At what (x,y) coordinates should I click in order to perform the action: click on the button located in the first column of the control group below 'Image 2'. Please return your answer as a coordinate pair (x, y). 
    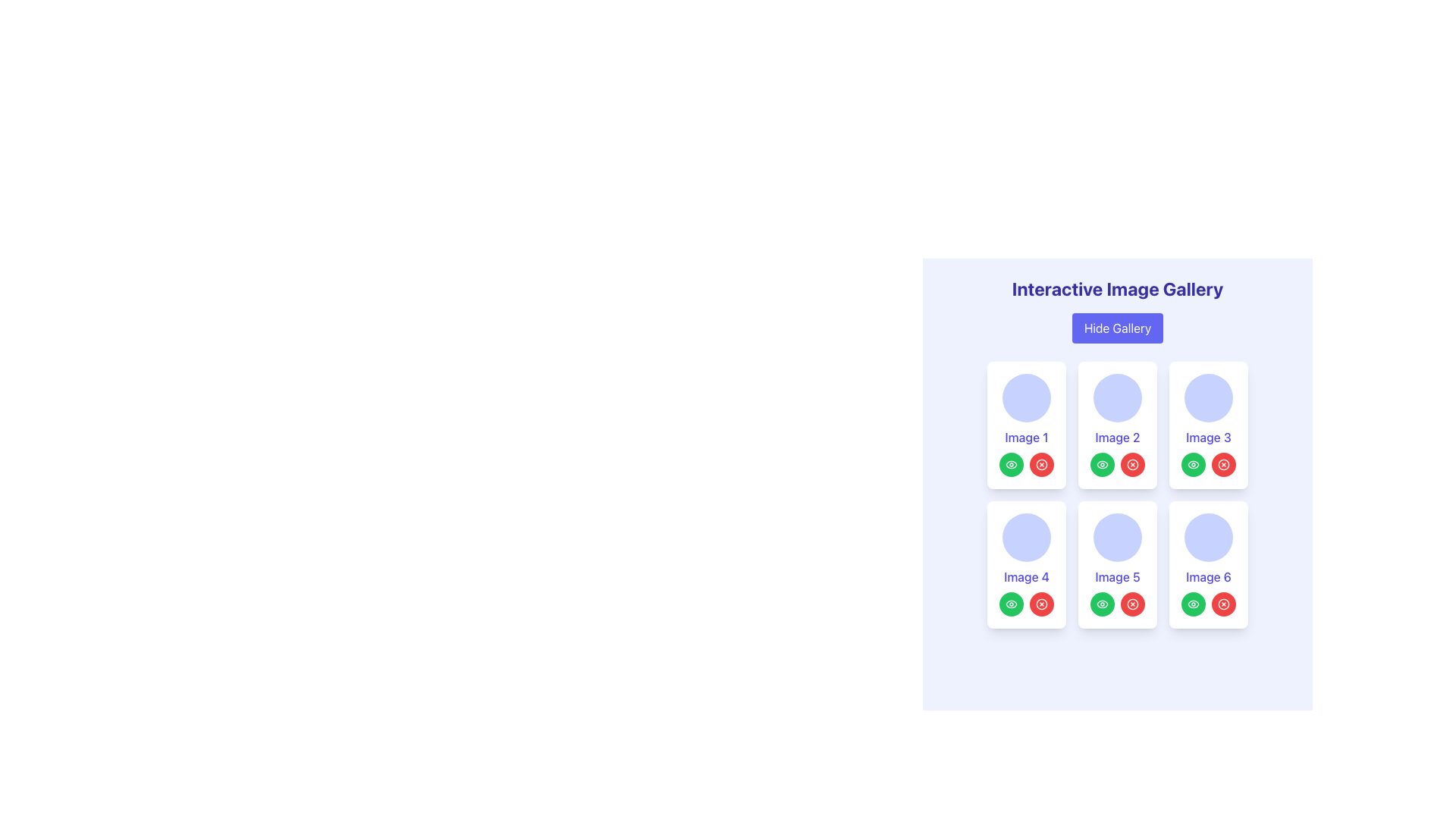
    Looking at the image, I should click on (1103, 464).